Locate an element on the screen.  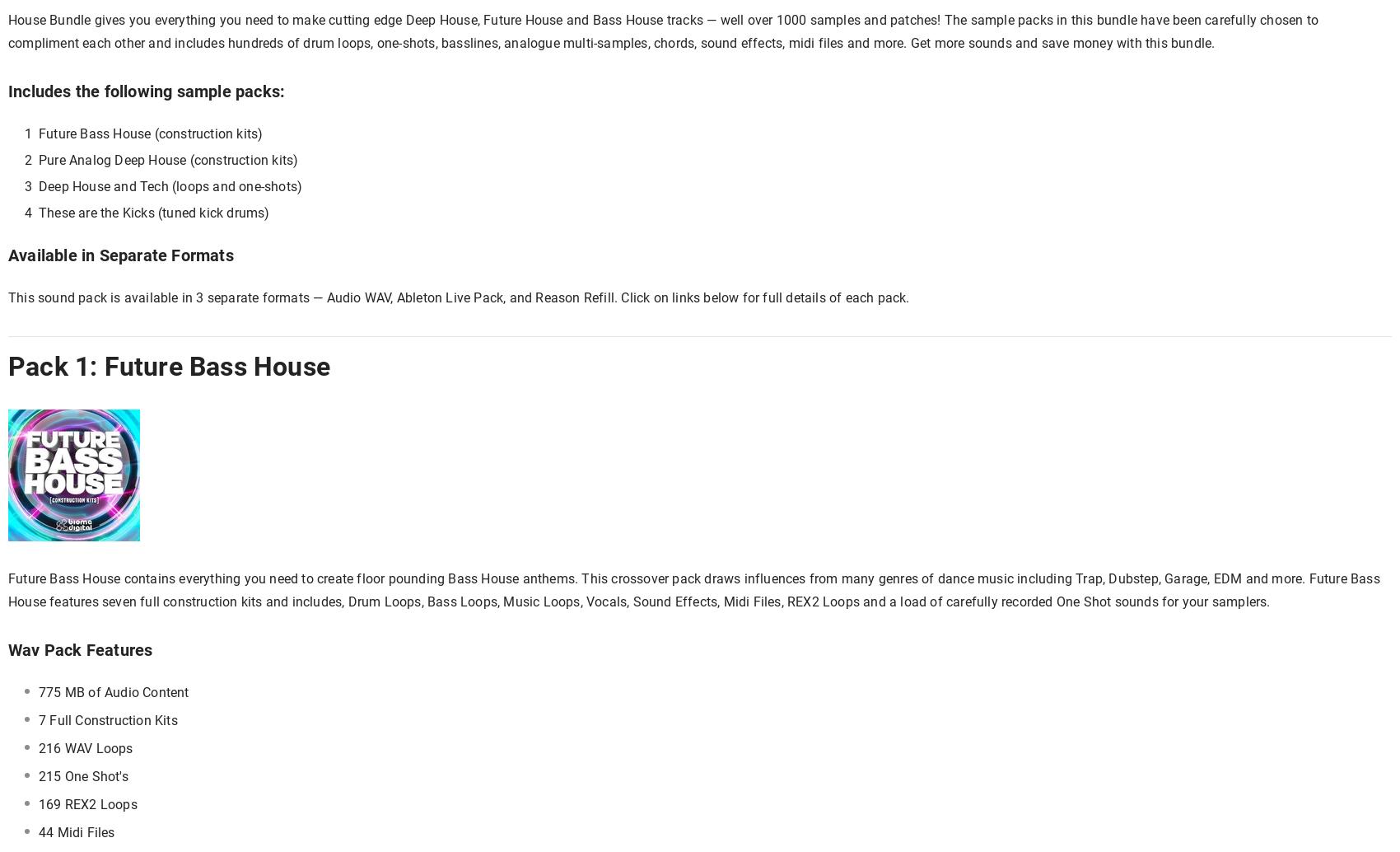
'215 One Shot's' is located at coordinates (82, 775).